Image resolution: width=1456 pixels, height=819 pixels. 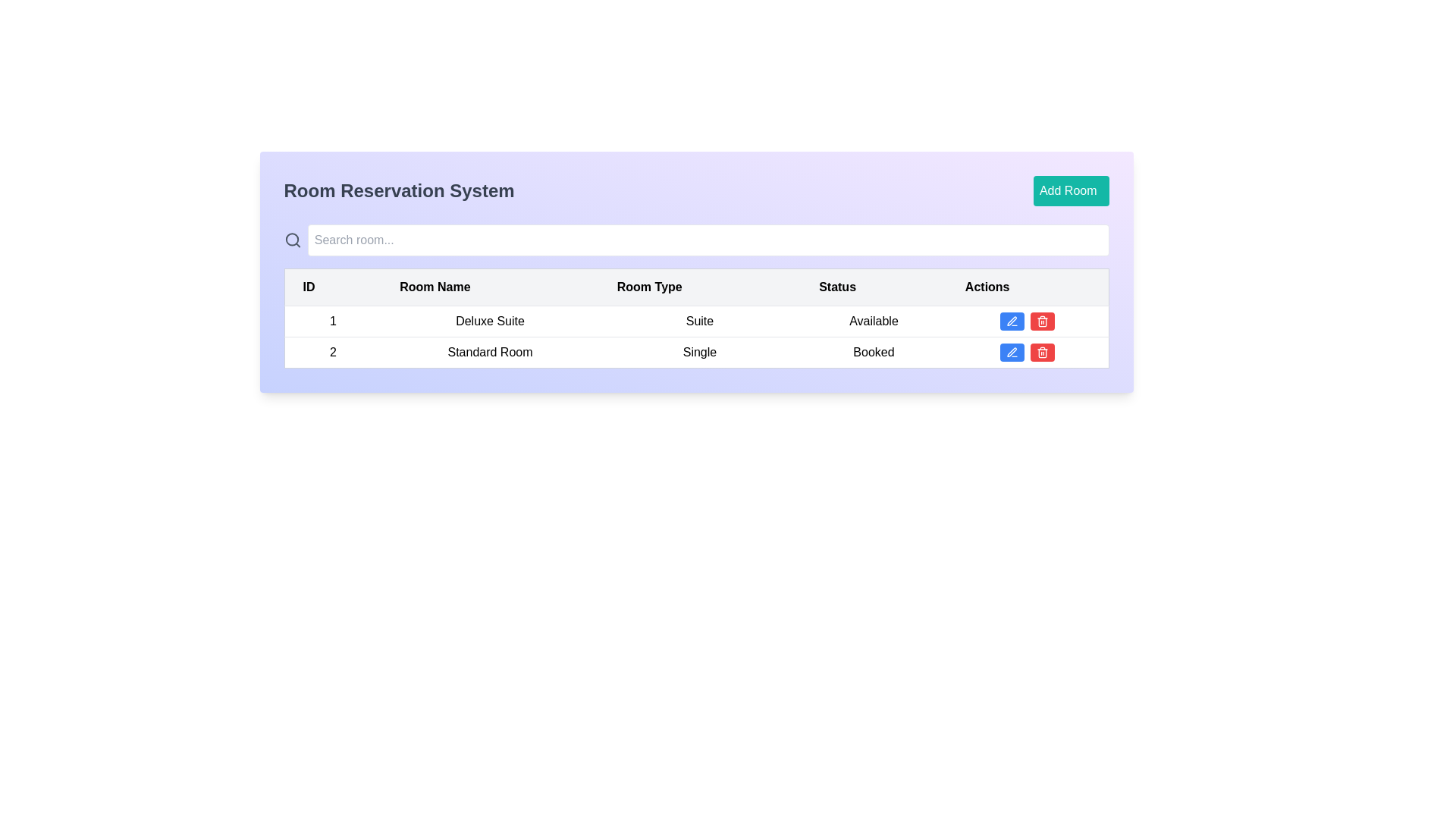 What do you see at coordinates (490, 353) in the screenshot?
I see `the text label displaying 'Standard Room', which is the second item in the 'Room Name' column of the table, centered within its row` at bounding box center [490, 353].